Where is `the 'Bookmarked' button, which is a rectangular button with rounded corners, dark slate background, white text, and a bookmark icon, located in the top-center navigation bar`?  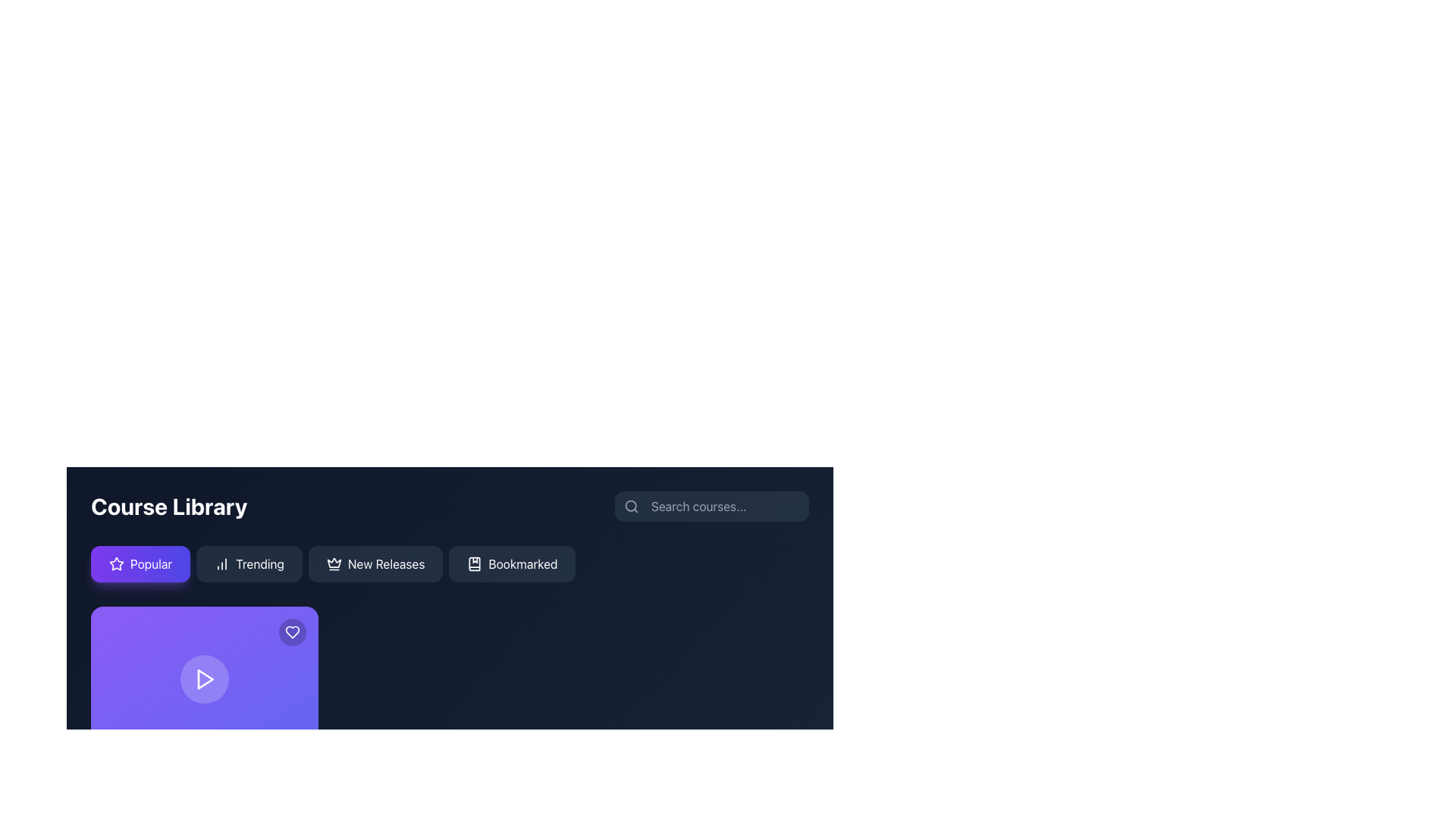
the 'Bookmarked' button, which is a rectangular button with rounded corners, dark slate background, white text, and a bookmark icon, located in the top-center navigation bar is located at coordinates (512, 564).